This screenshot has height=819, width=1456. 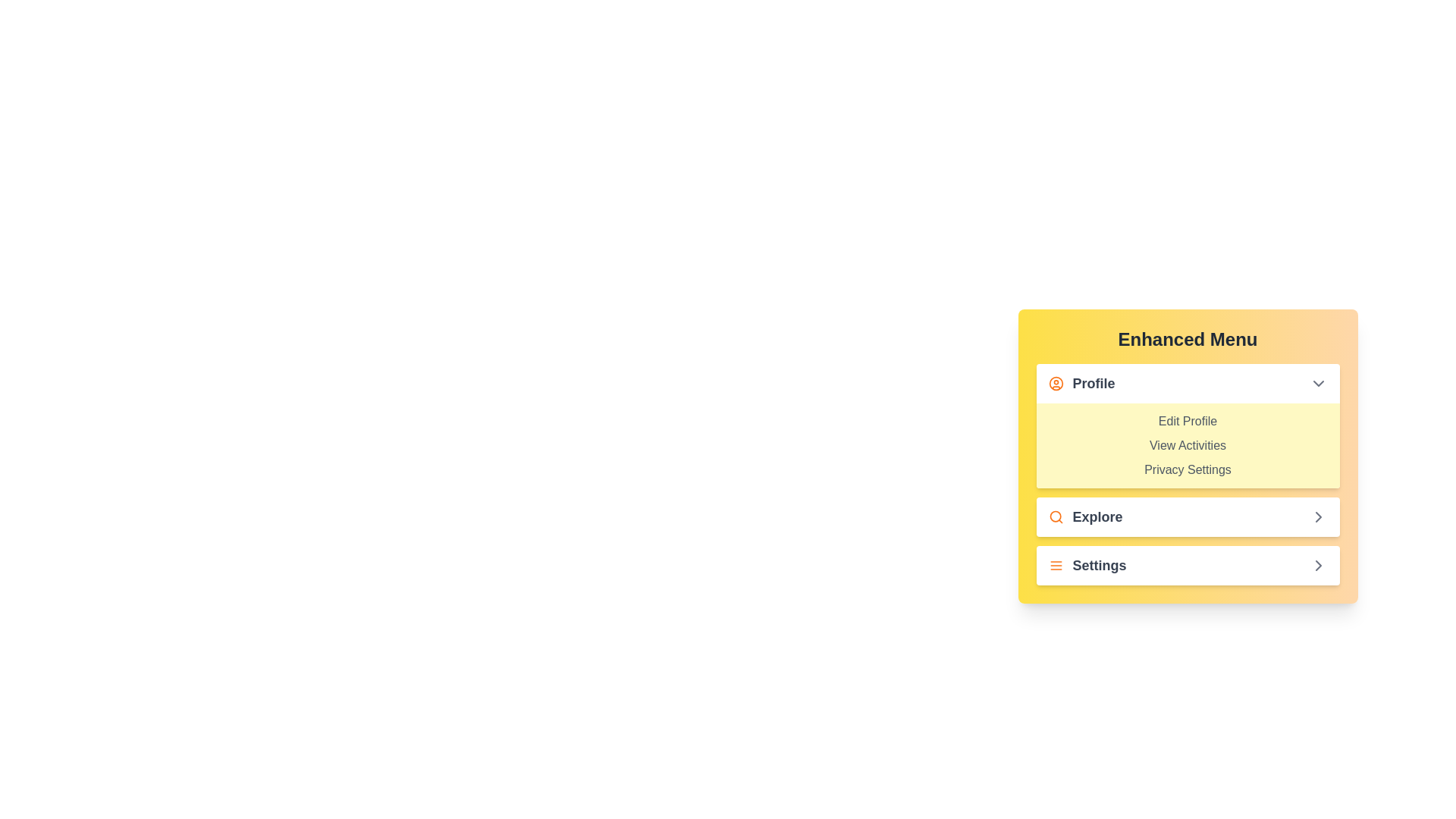 What do you see at coordinates (1317, 382) in the screenshot?
I see `the Dropdown indicator icon (chevron) located at the far right of the 'Profile' section` at bounding box center [1317, 382].